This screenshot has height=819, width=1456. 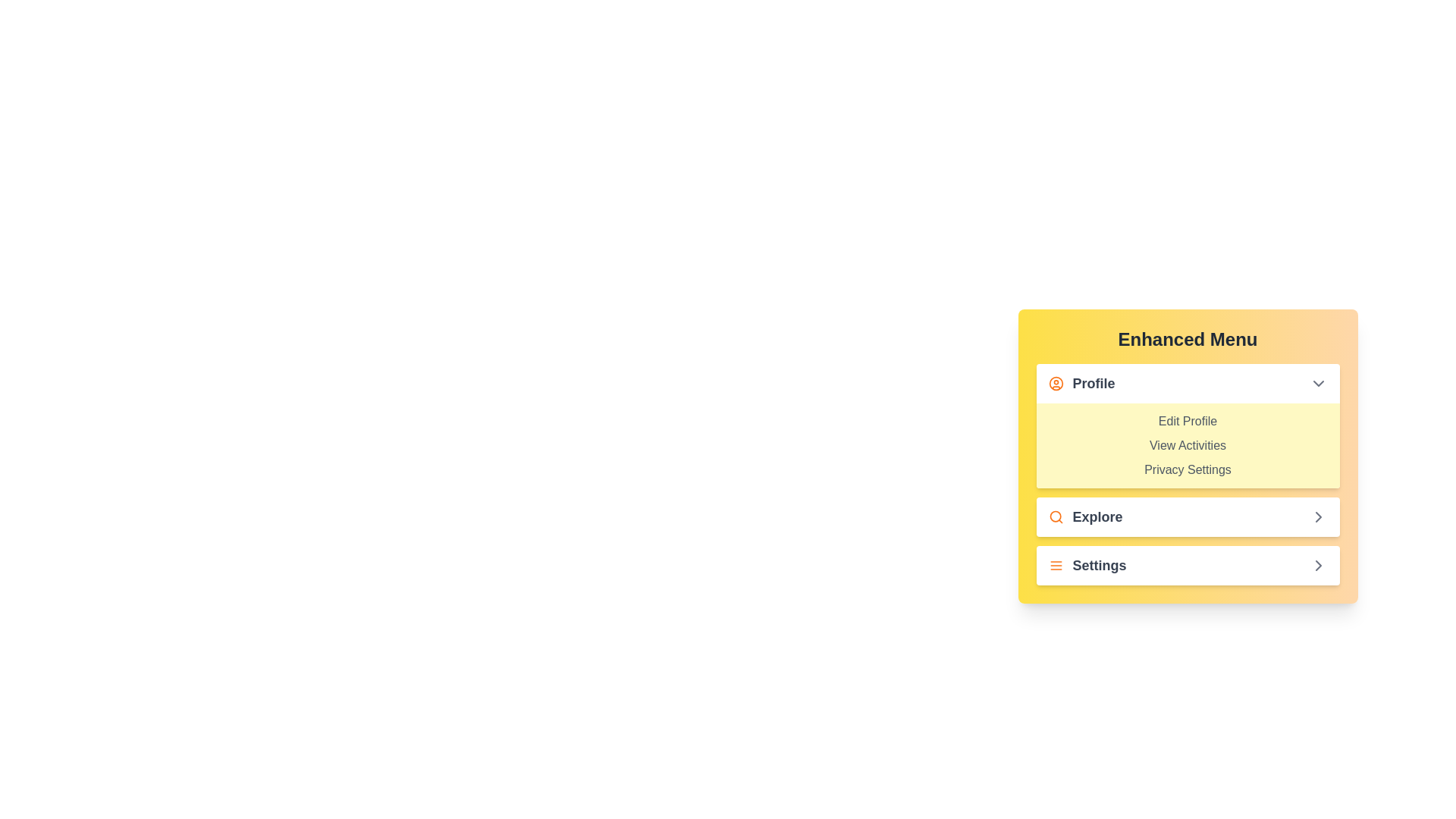 What do you see at coordinates (1317, 382) in the screenshot?
I see `the Dropdown indicator icon (chevron) located at the far right of the 'Profile' section` at bounding box center [1317, 382].